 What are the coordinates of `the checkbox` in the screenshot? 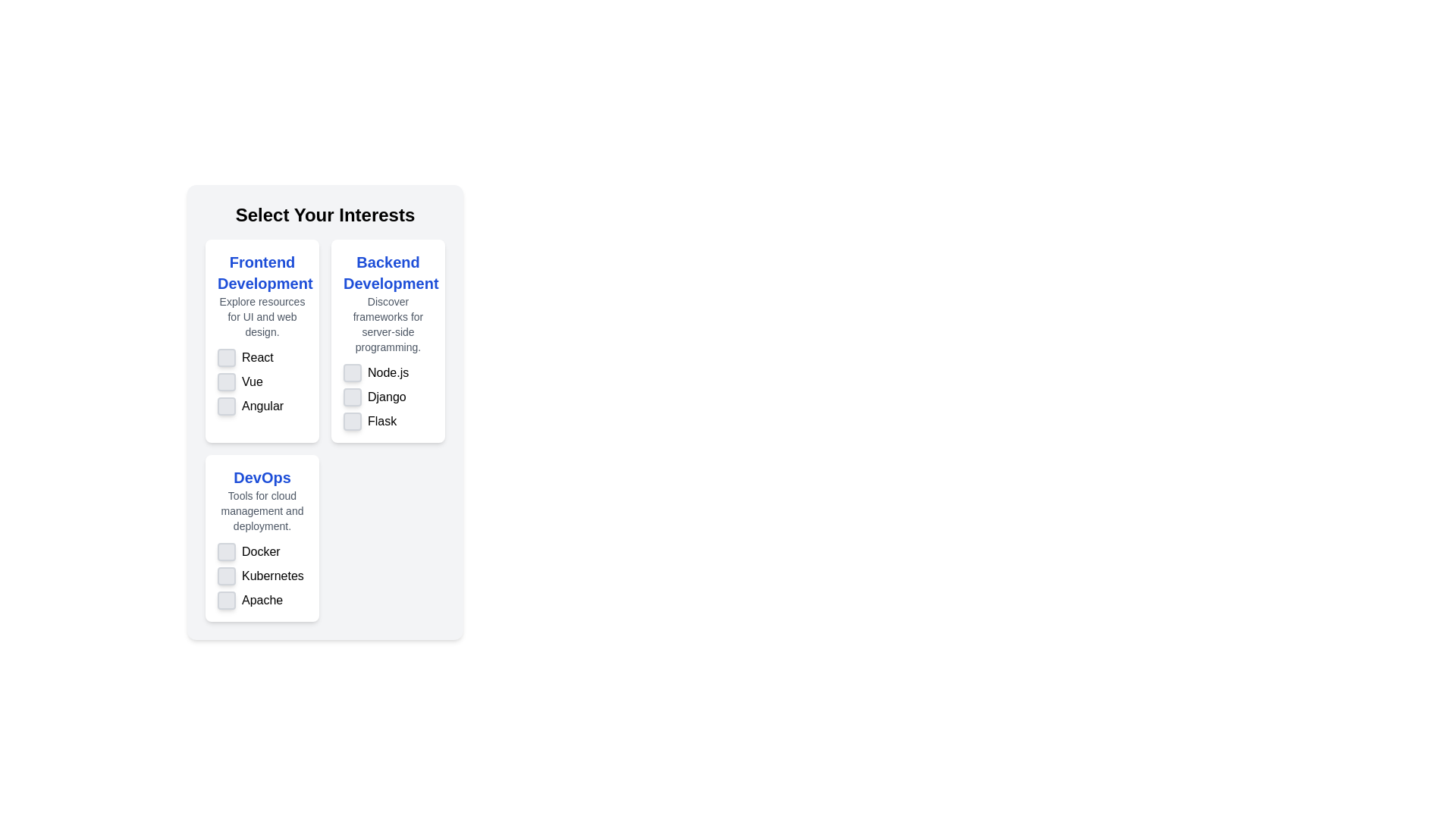 It's located at (262, 381).